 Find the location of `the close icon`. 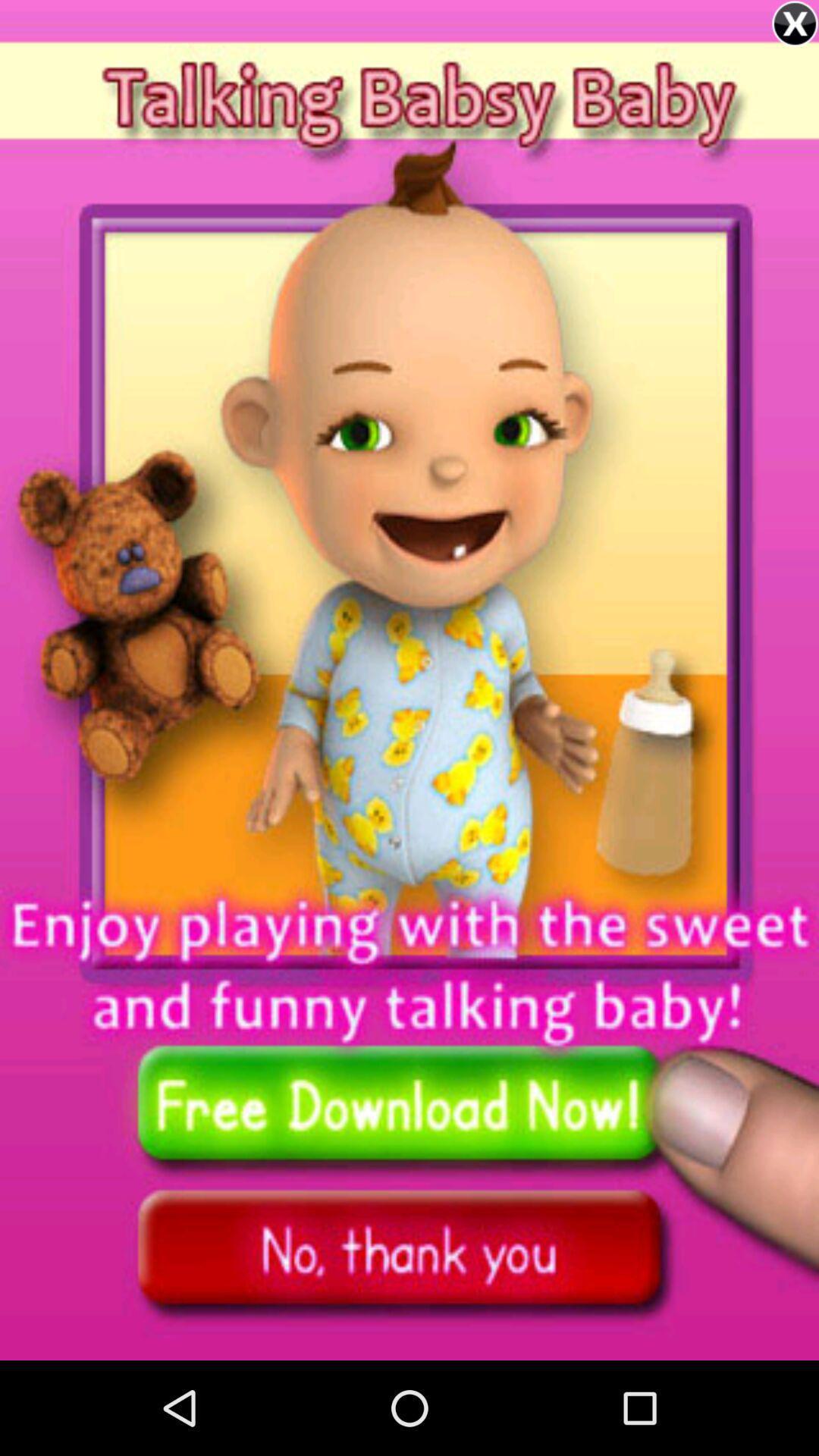

the close icon is located at coordinates (794, 25).